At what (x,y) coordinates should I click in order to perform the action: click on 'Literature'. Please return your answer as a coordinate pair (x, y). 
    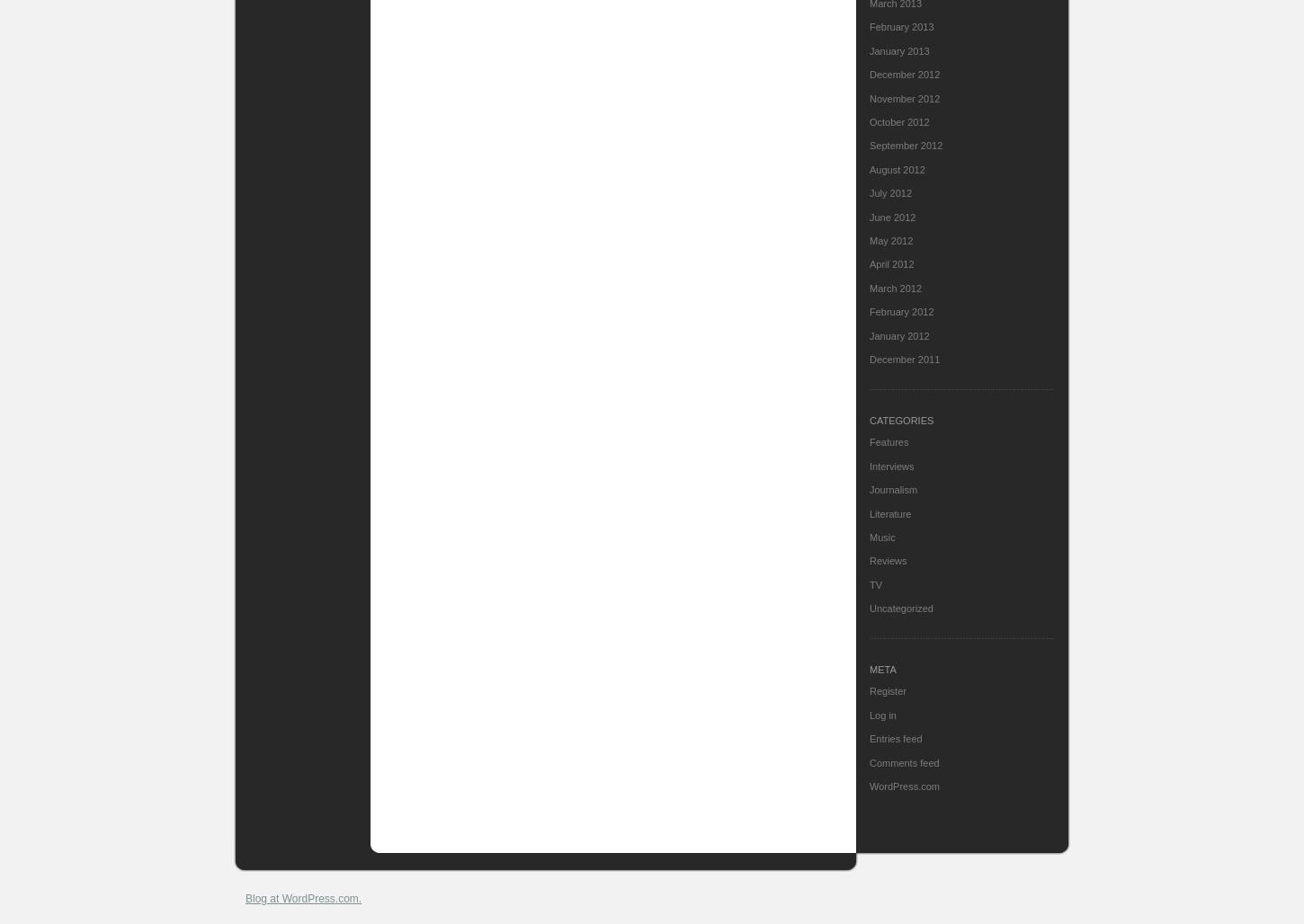
    Looking at the image, I should click on (890, 512).